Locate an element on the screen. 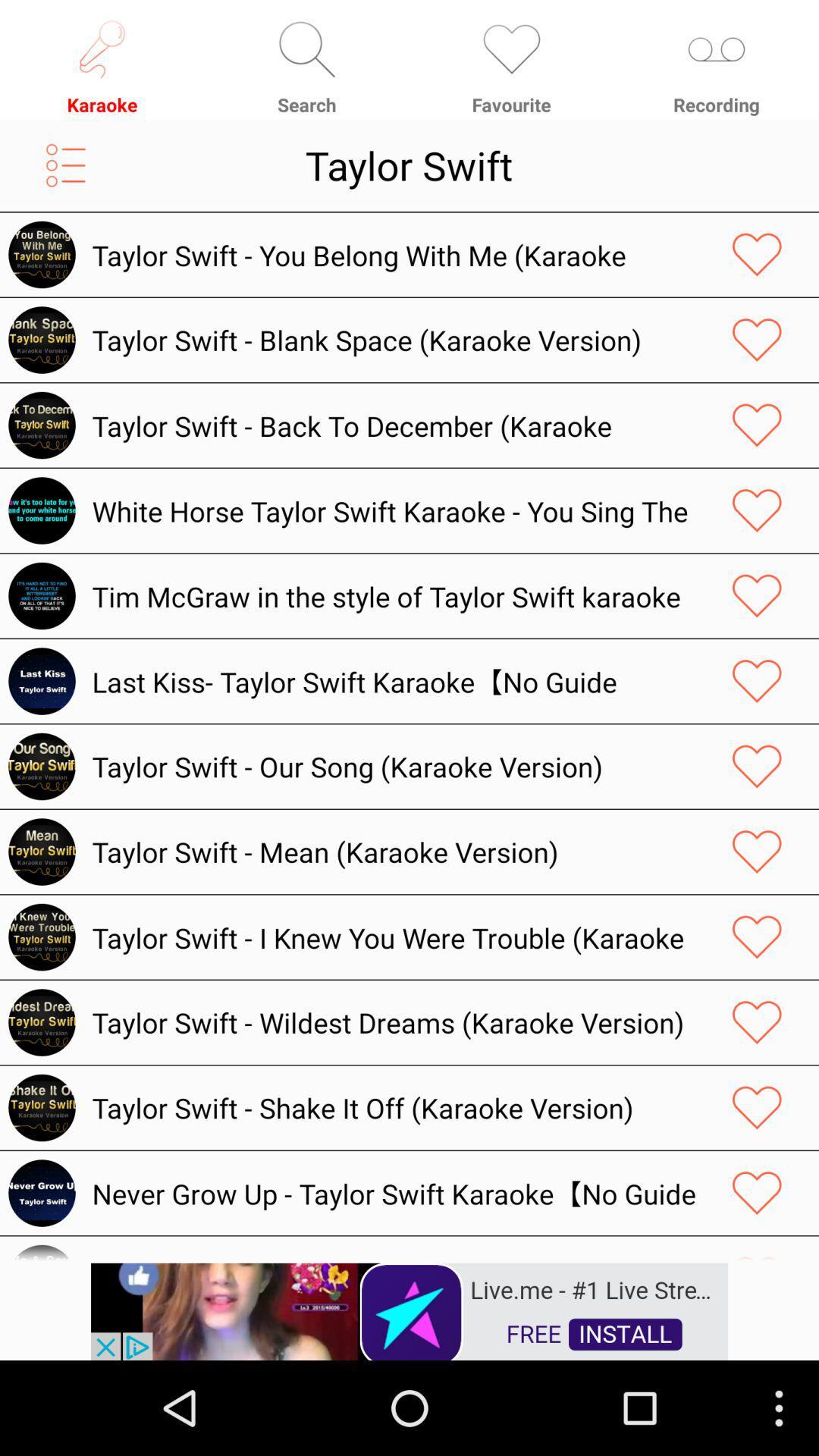 The image size is (819, 1456). like the page is located at coordinates (757, 937).